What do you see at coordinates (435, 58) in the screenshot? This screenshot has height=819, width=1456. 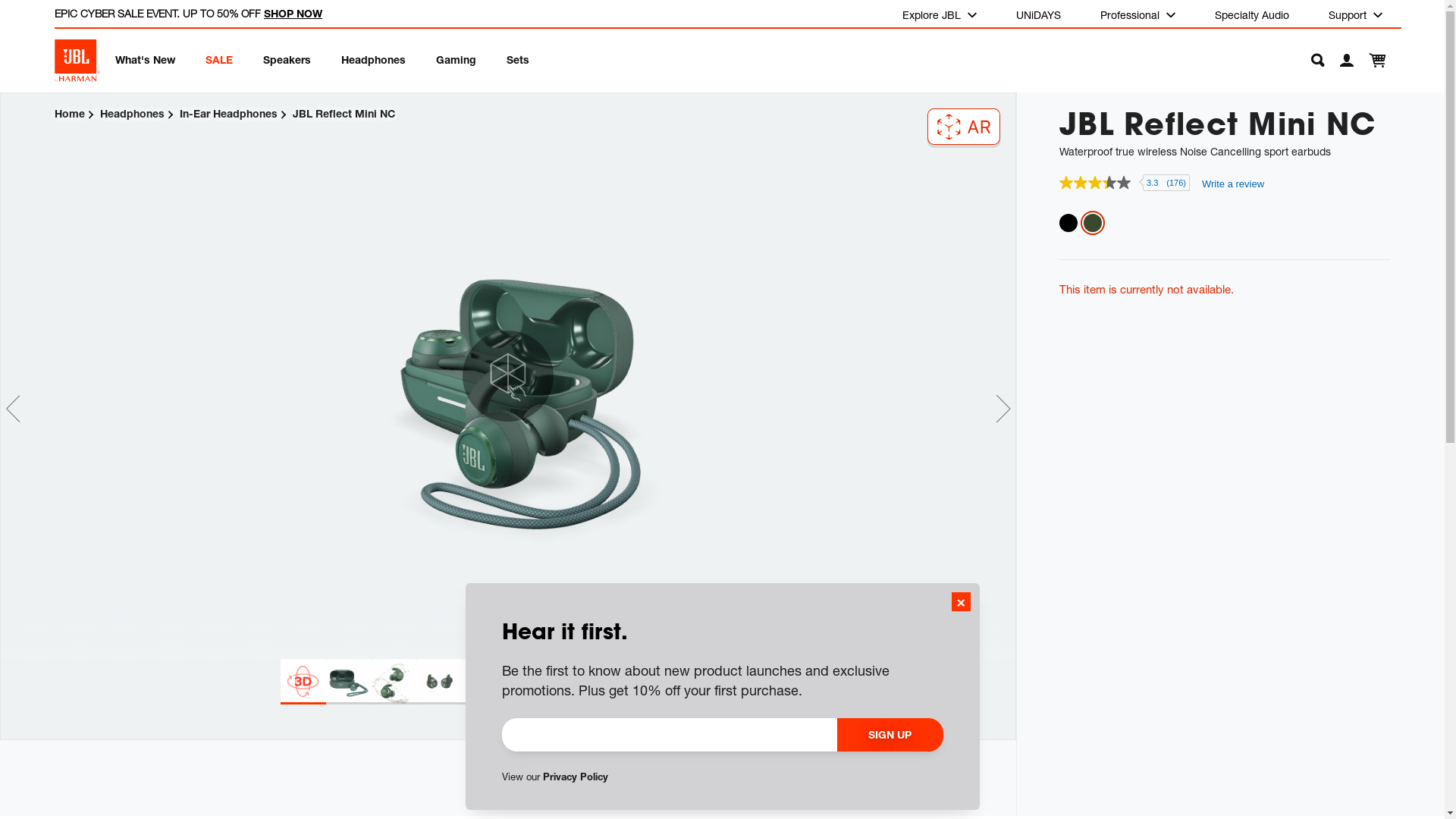 I see `'Gaming'` at bounding box center [435, 58].